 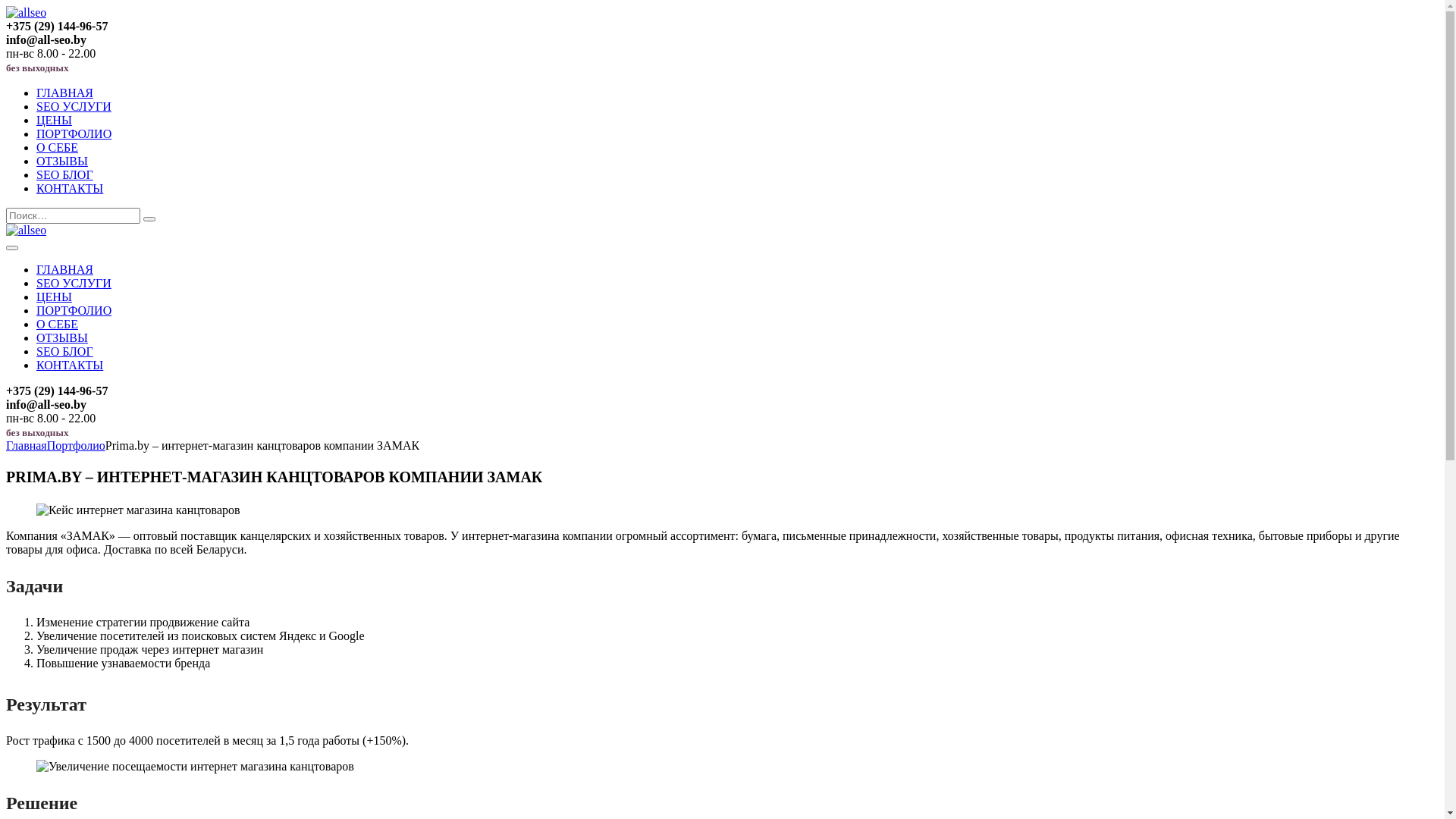 What do you see at coordinates (36, 510) in the screenshot?
I see `'skrin-prima'` at bounding box center [36, 510].